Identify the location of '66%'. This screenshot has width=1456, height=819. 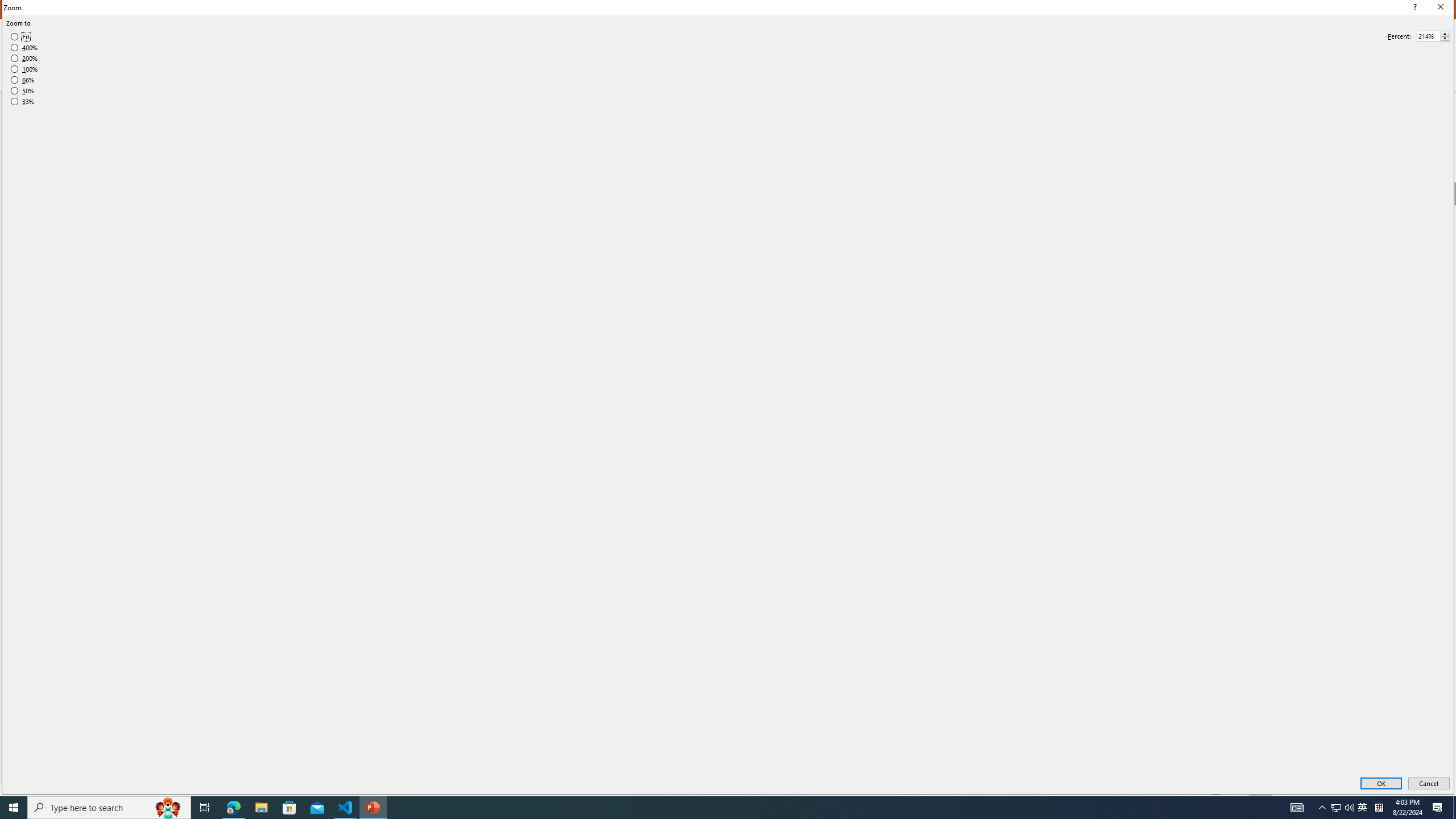
(22, 79).